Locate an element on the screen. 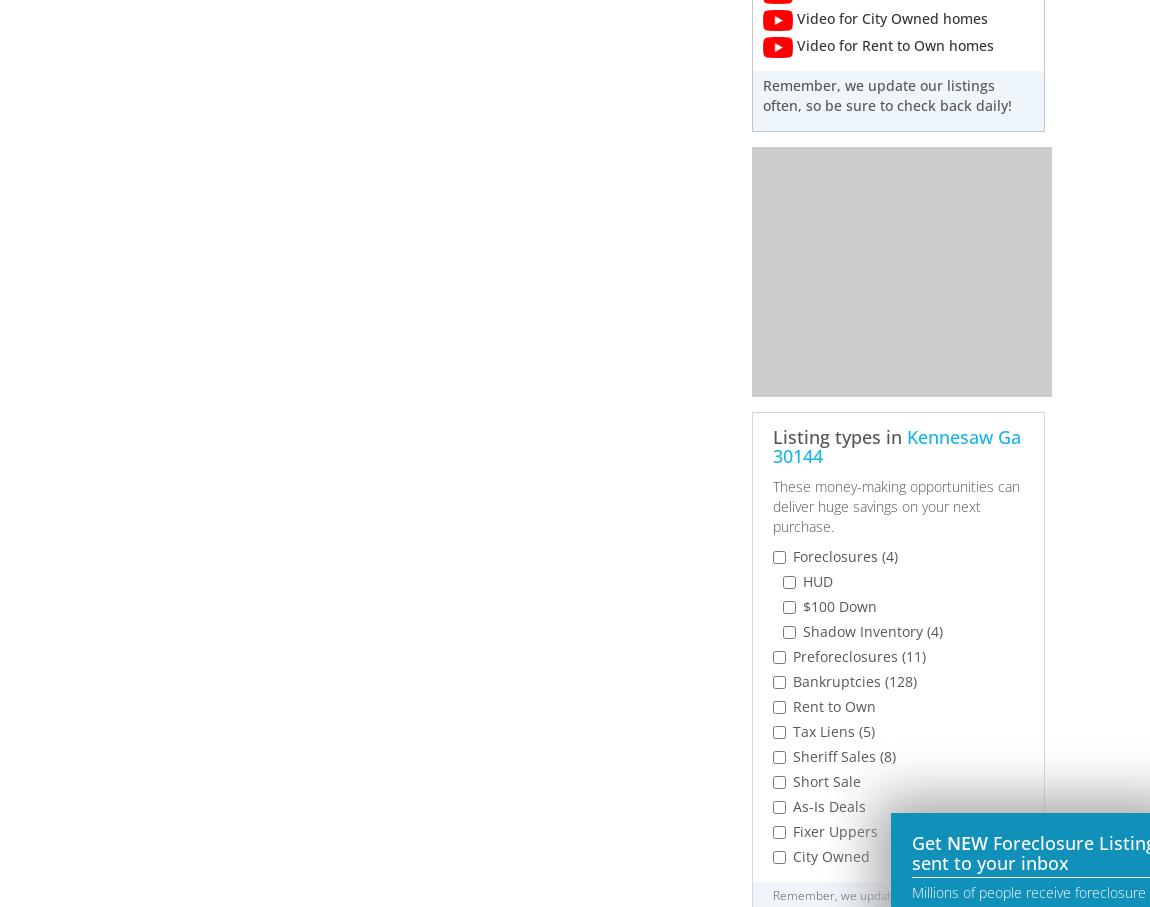 The image size is (1150, 907). 'Bankruptcies (128)' is located at coordinates (852, 680).